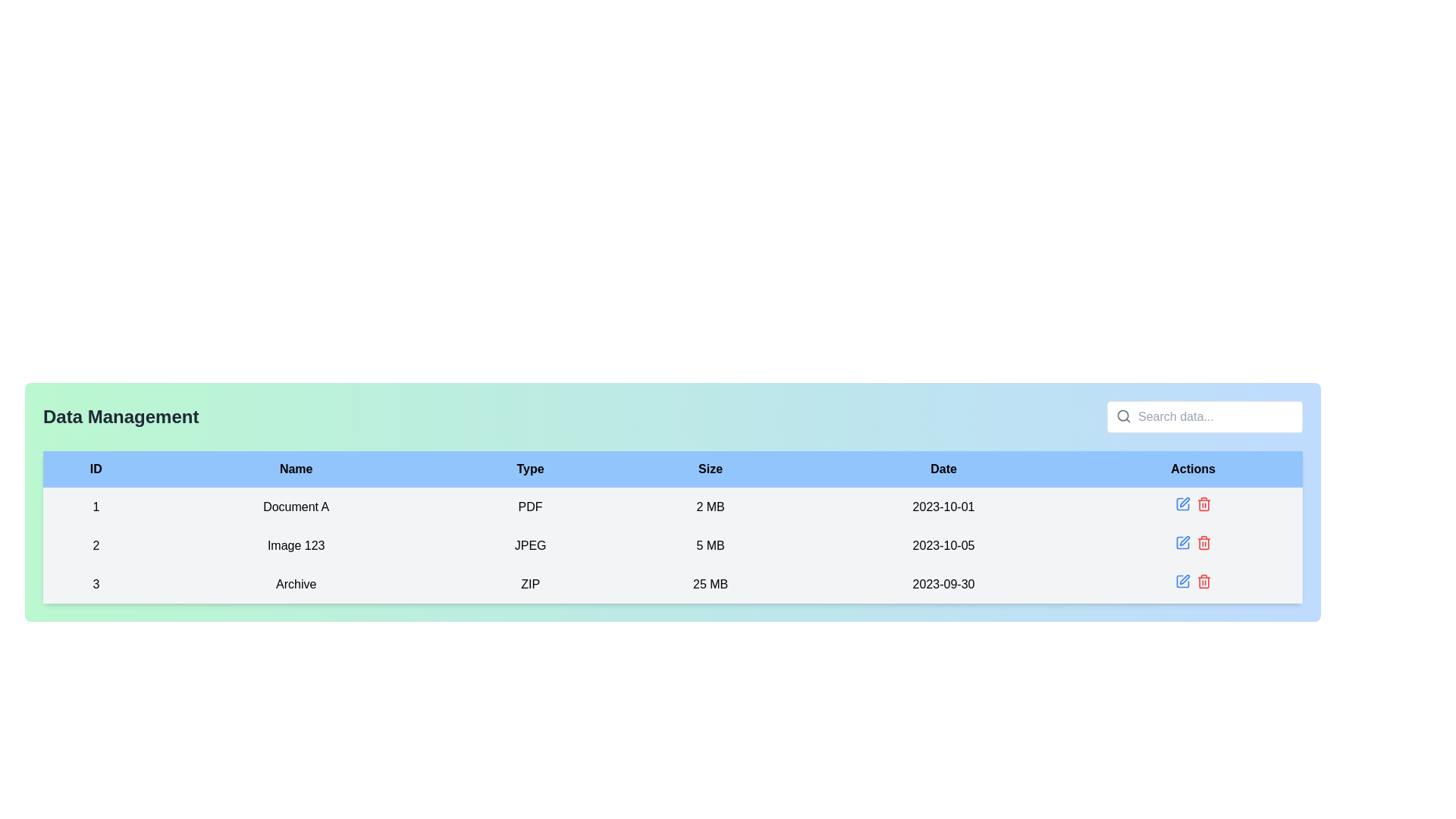  Describe the element at coordinates (1203, 542) in the screenshot. I see `the small red trash bin icon in the 'Actions' column of the second row of the table to trigger the hover effect that changes its color to a slightly darker red` at that location.